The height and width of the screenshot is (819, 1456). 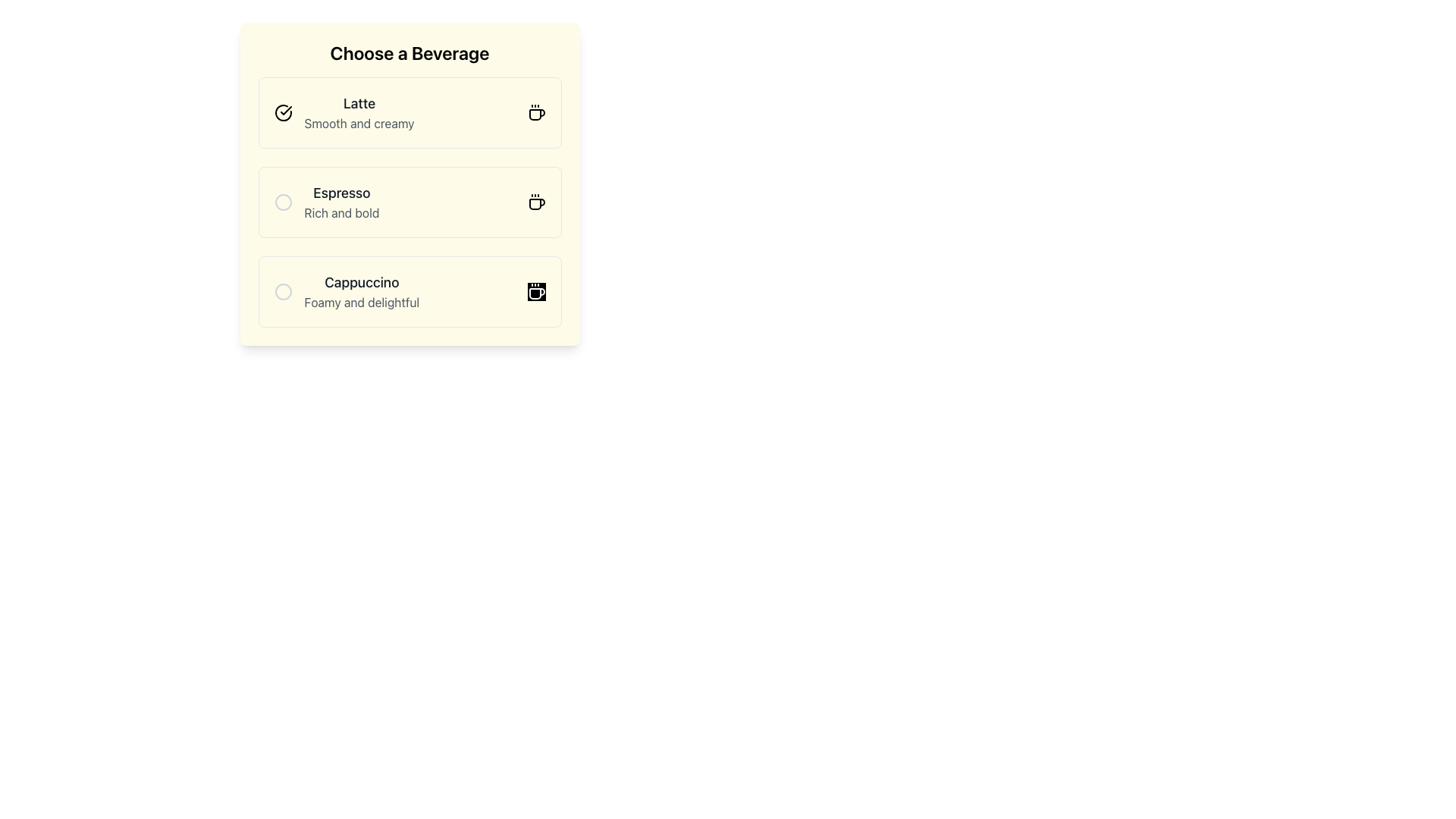 What do you see at coordinates (283, 292) in the screenshot?
I see `the circular radio button for the 'Cappuccino' option in the beverage selection list, which is aligned to the far left of this option` at bounding box center [283, 292].